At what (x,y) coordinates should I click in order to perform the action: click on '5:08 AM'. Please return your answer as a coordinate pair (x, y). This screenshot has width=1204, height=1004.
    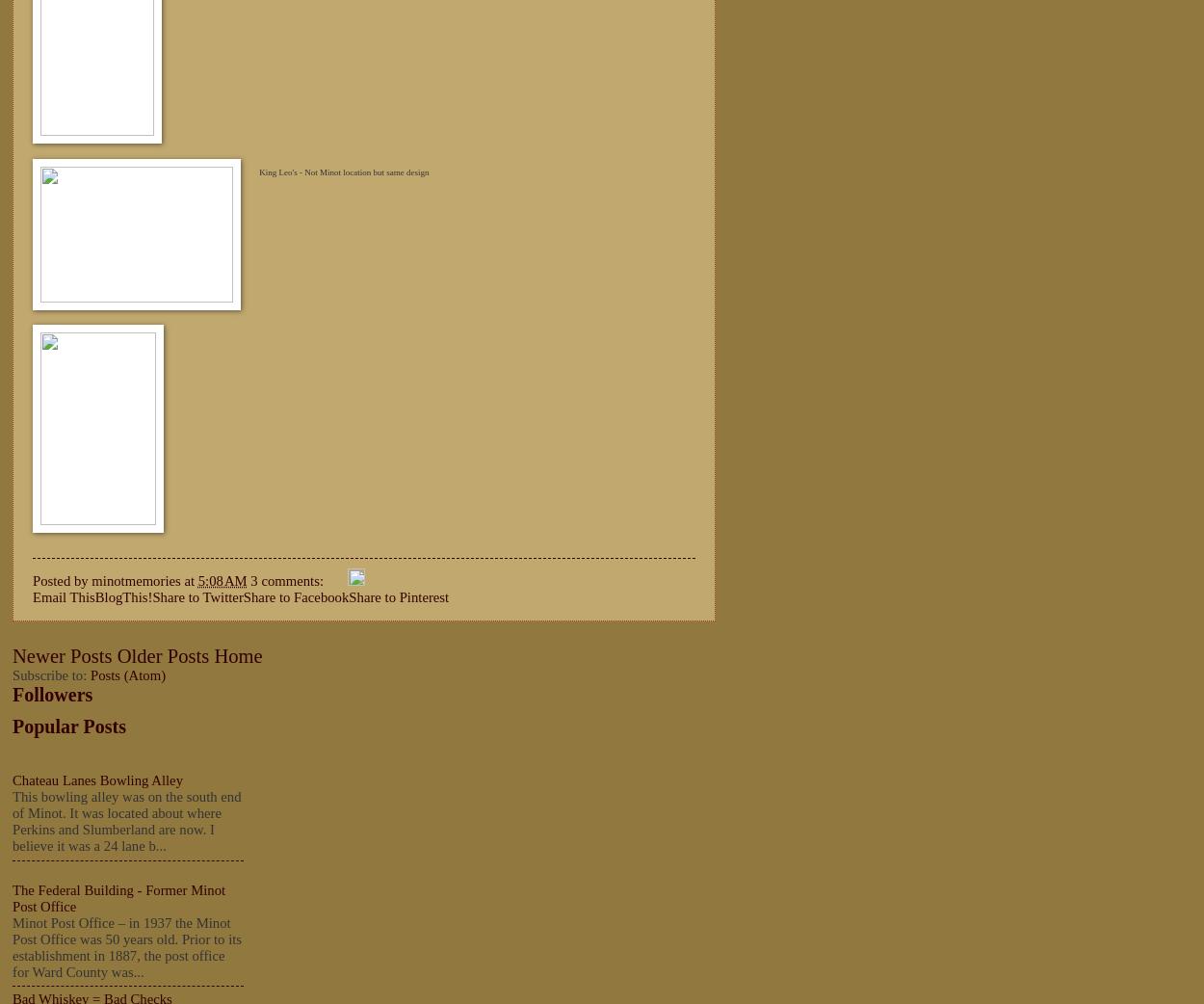
    Looking at the image, I should click on (221, 578).